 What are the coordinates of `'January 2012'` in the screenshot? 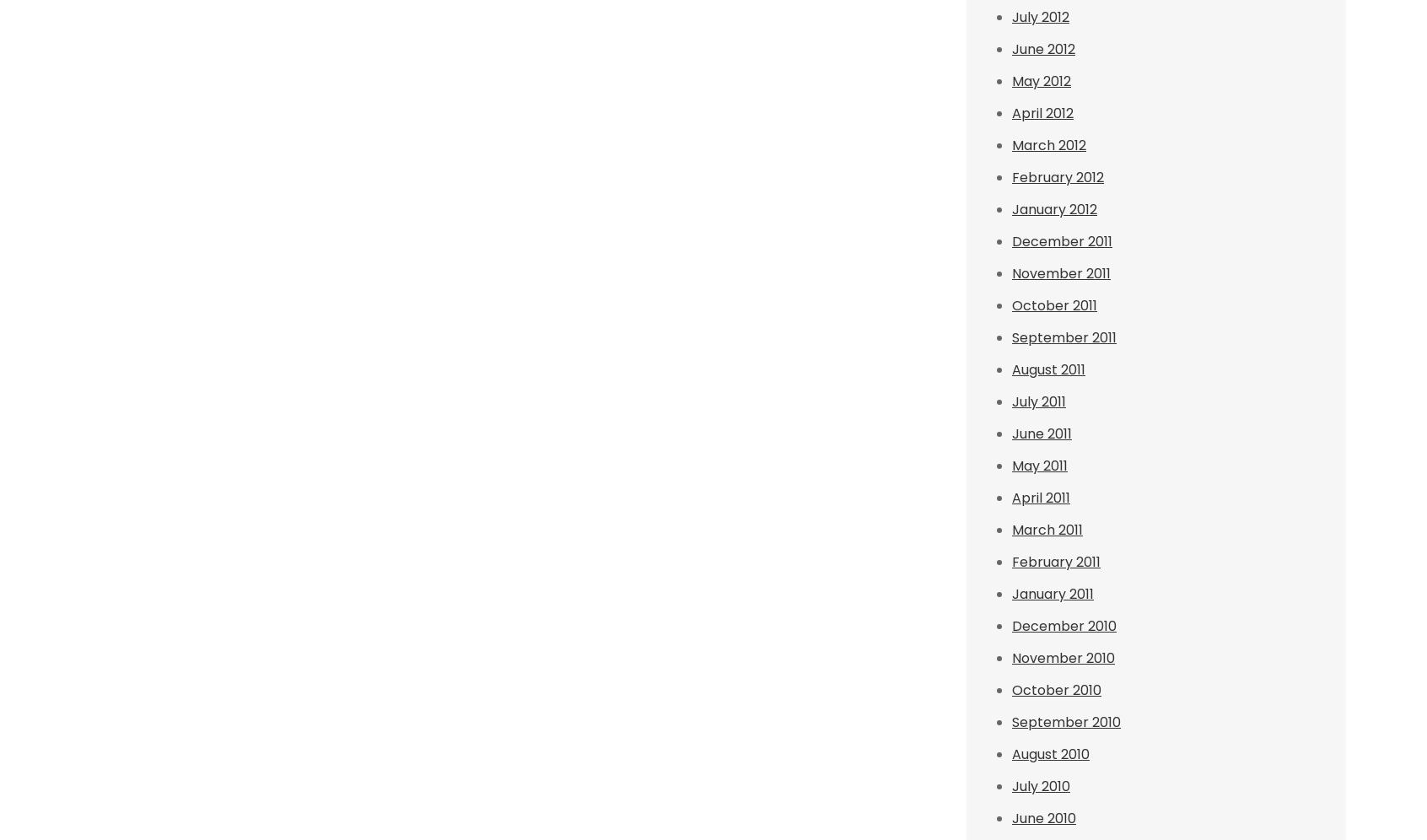 It's located at (1054, 208).